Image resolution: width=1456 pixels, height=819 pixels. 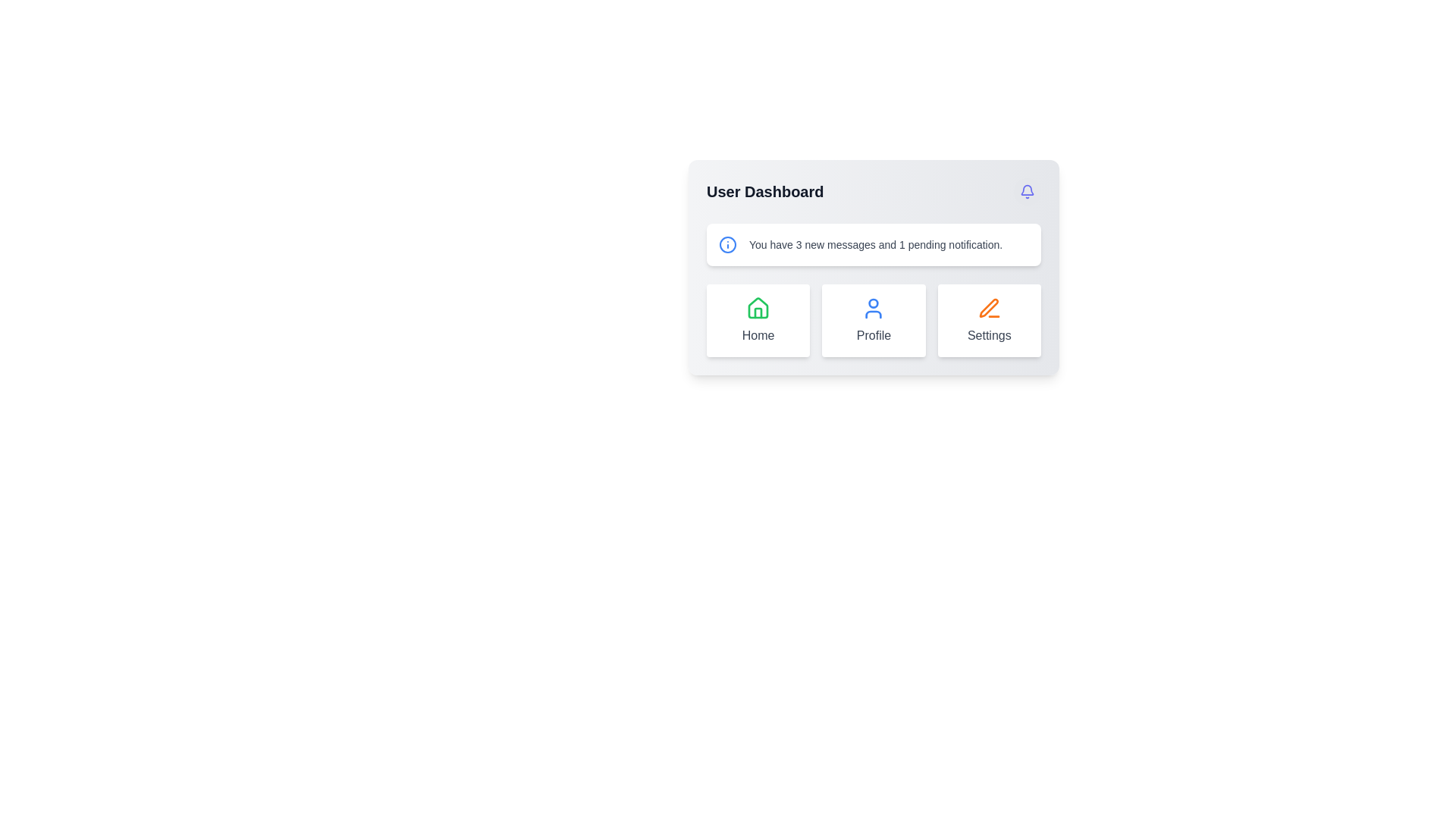 What do you see at coordinates (1027, 191) in the screenshot?
I see `the notification icon button located at the top-right corner of the dashboard to visualize hover effects` at bounding box center [1027, 191].